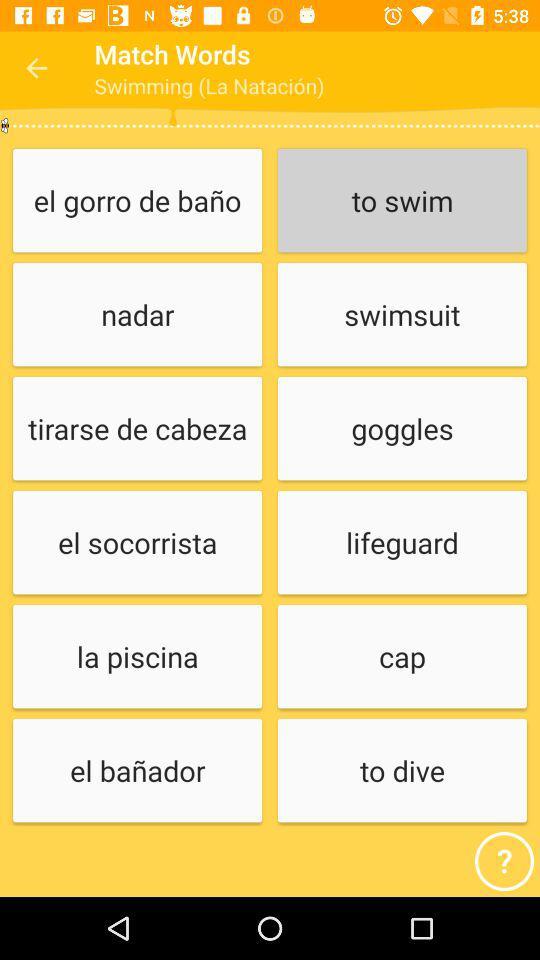 This screenshot has height=960, width=540. I want to click on the item below the el socorrista, so click(136, 656).